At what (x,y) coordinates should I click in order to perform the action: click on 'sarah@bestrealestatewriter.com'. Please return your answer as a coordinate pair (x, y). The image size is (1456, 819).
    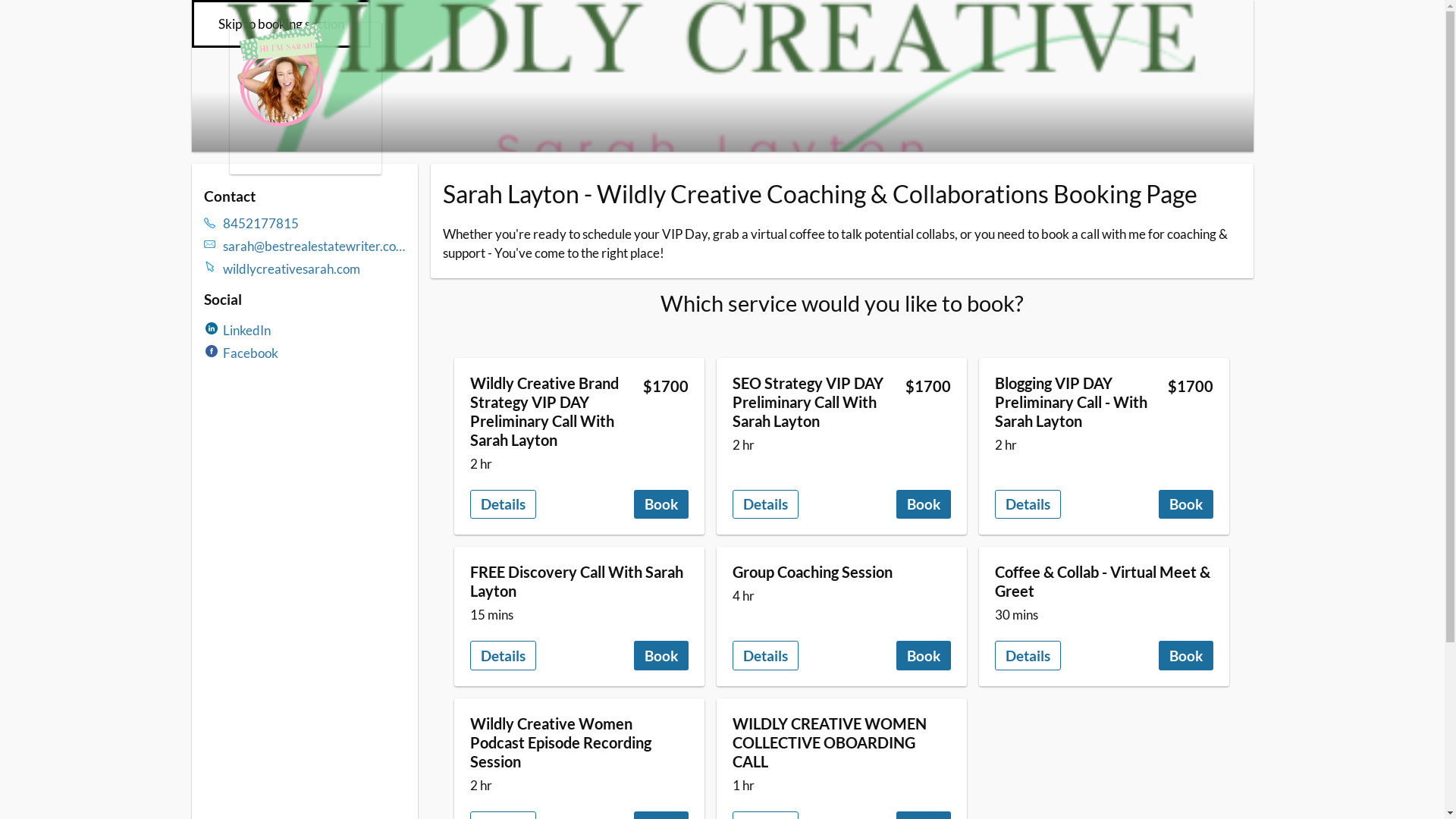
    Looking at the image, I should click on (313, 245).